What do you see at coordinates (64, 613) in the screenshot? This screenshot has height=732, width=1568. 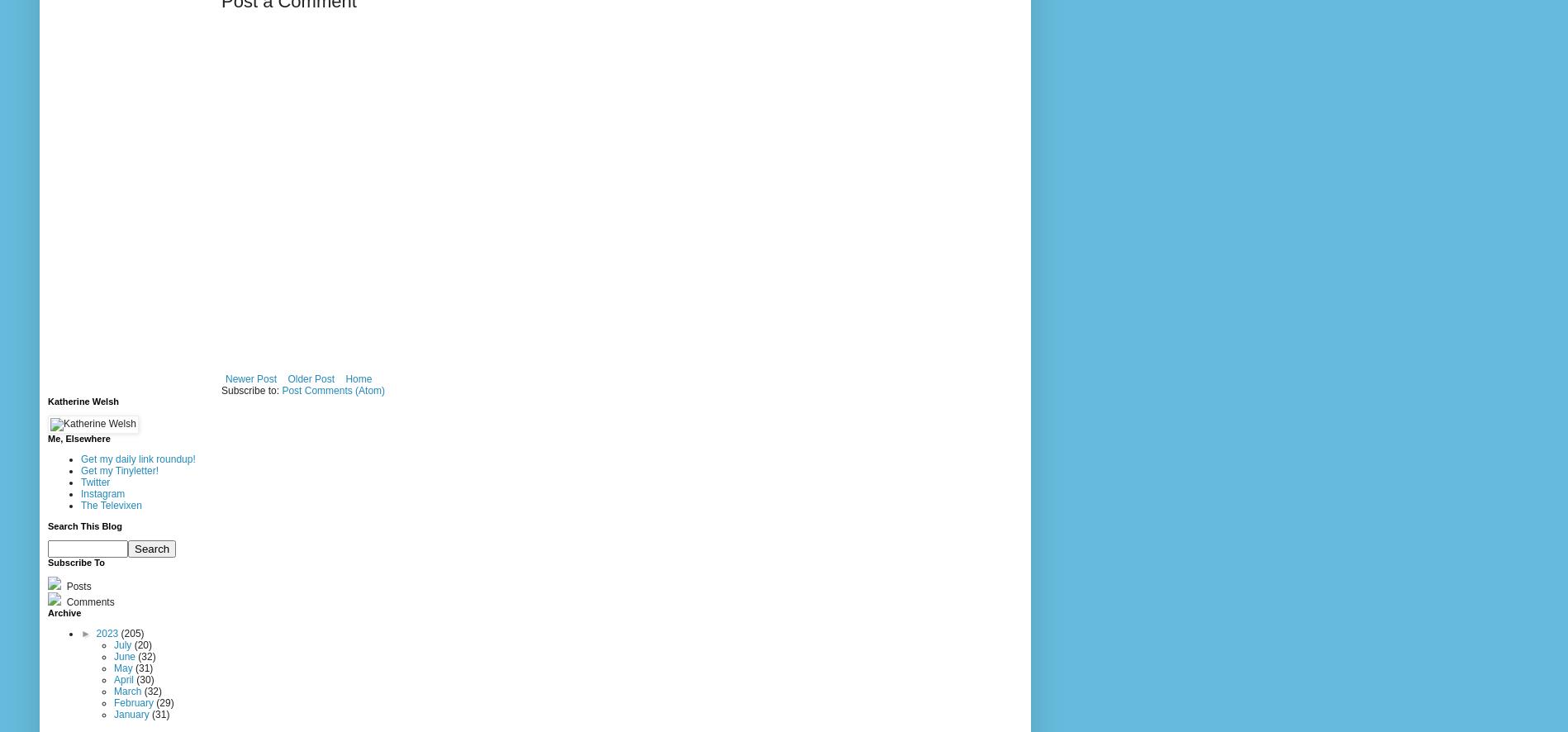 I see `'Archive'` at bounding box center [64, 613].